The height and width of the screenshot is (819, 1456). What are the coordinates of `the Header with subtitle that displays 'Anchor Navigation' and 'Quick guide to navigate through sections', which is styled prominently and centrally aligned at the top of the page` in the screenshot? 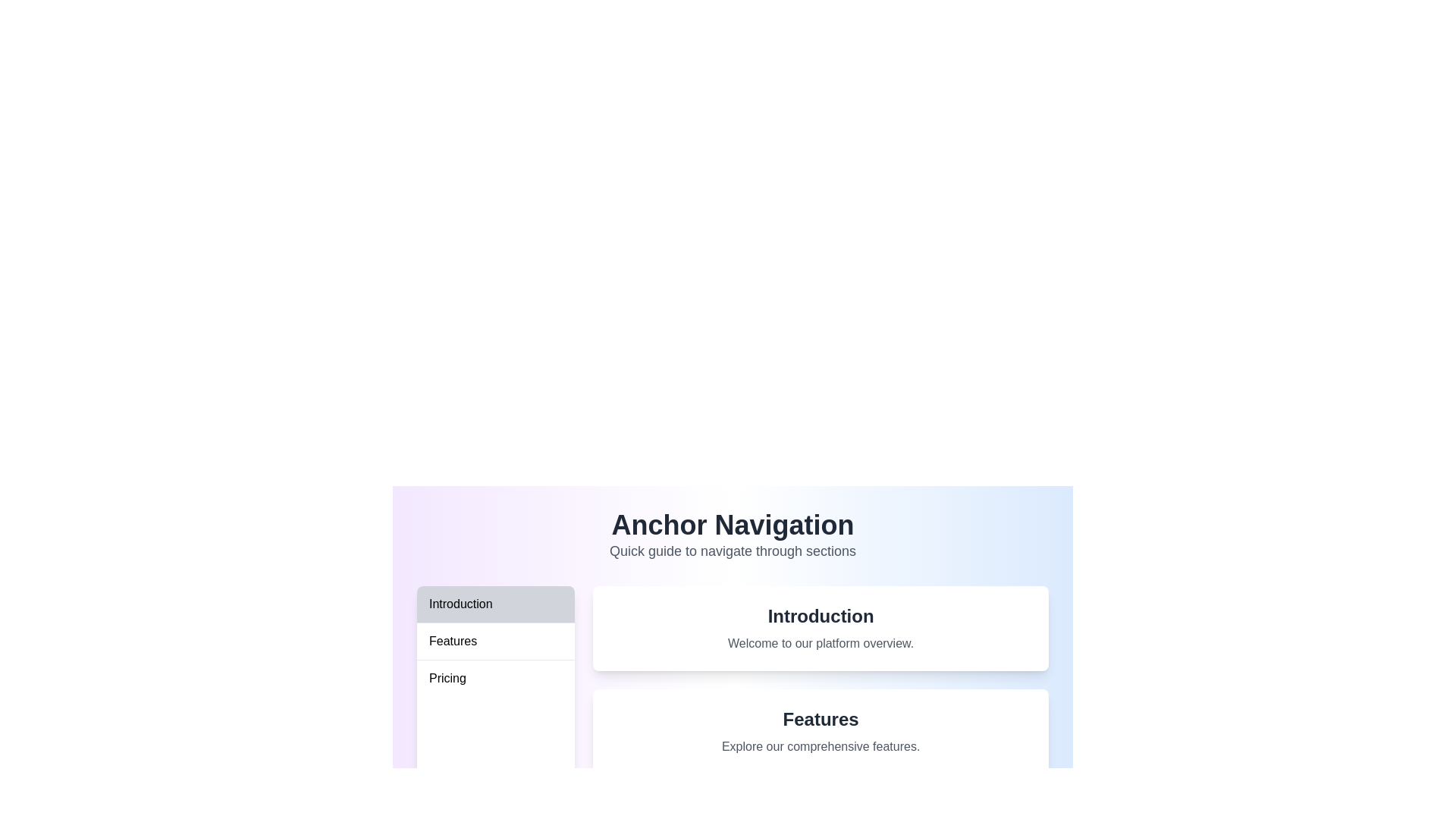 It's located at (733, 535).